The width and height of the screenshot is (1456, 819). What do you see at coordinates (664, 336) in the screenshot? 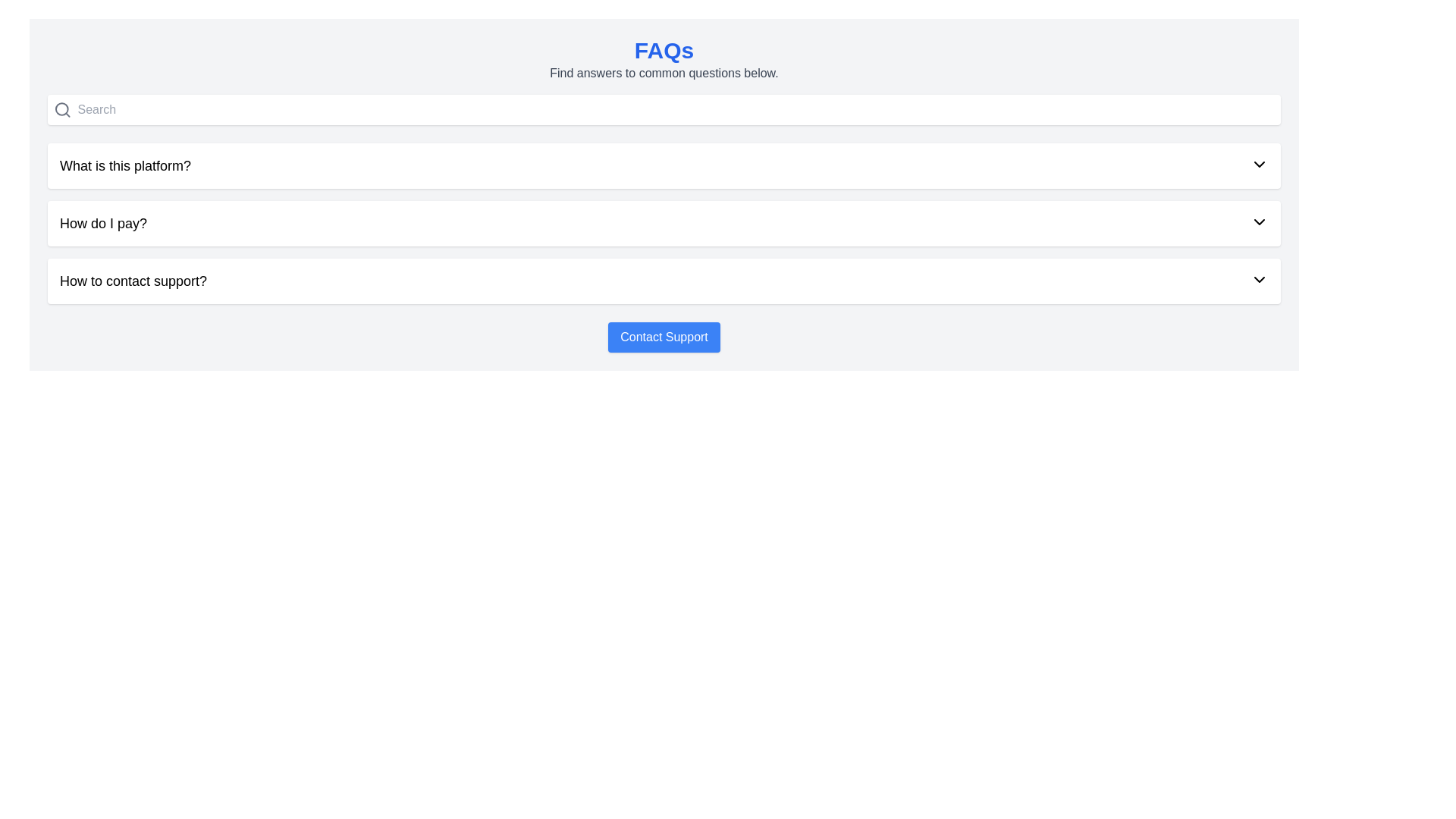
I see `the 'Contact Support' button, which is a horizontally-centered rectangular button with rounded corners and a blue background located at the bottom of the FAQs section` at bounding box center [664, 336].